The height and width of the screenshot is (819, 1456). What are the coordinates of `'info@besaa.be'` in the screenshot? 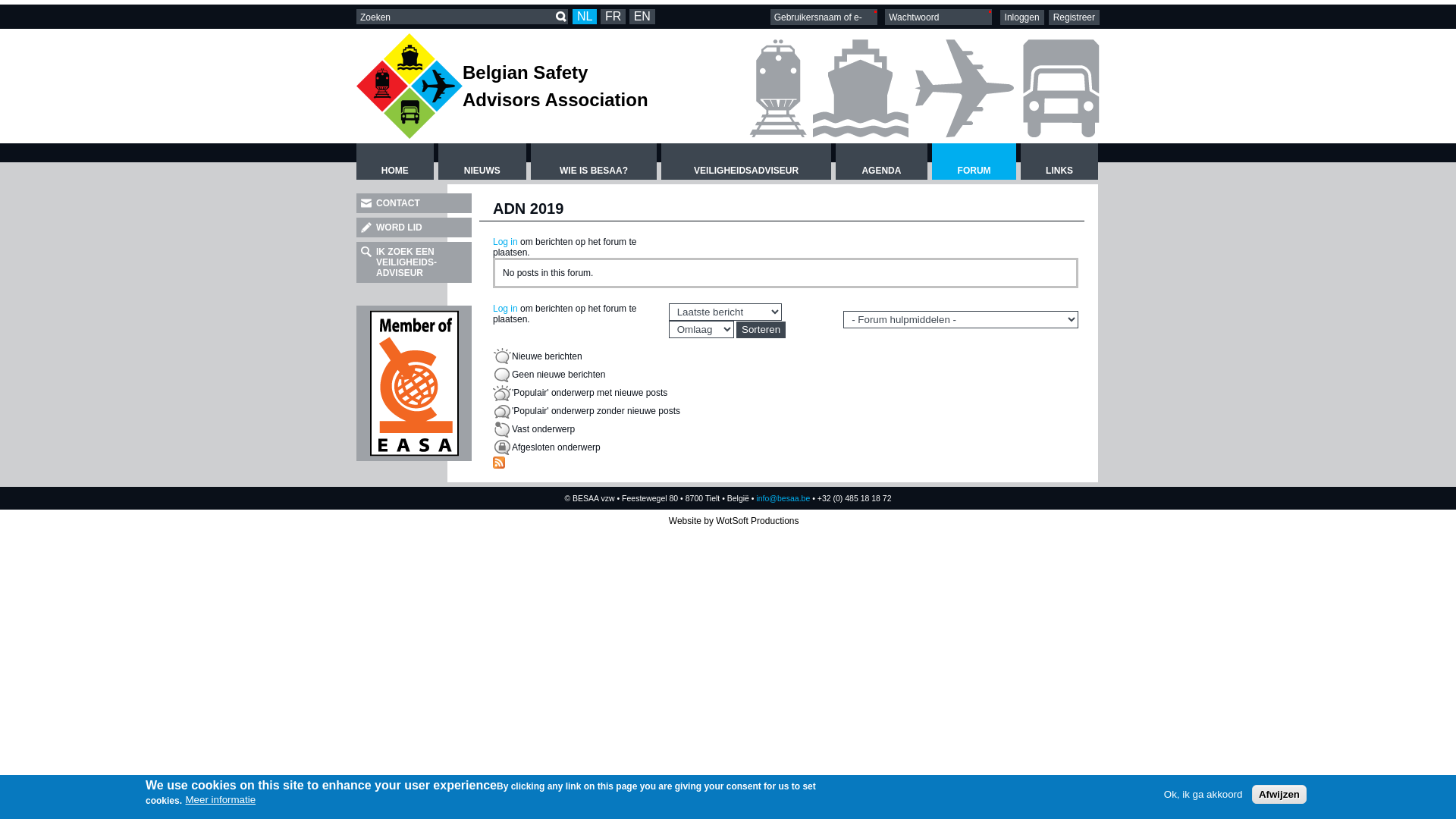 It's located at (783, 497).